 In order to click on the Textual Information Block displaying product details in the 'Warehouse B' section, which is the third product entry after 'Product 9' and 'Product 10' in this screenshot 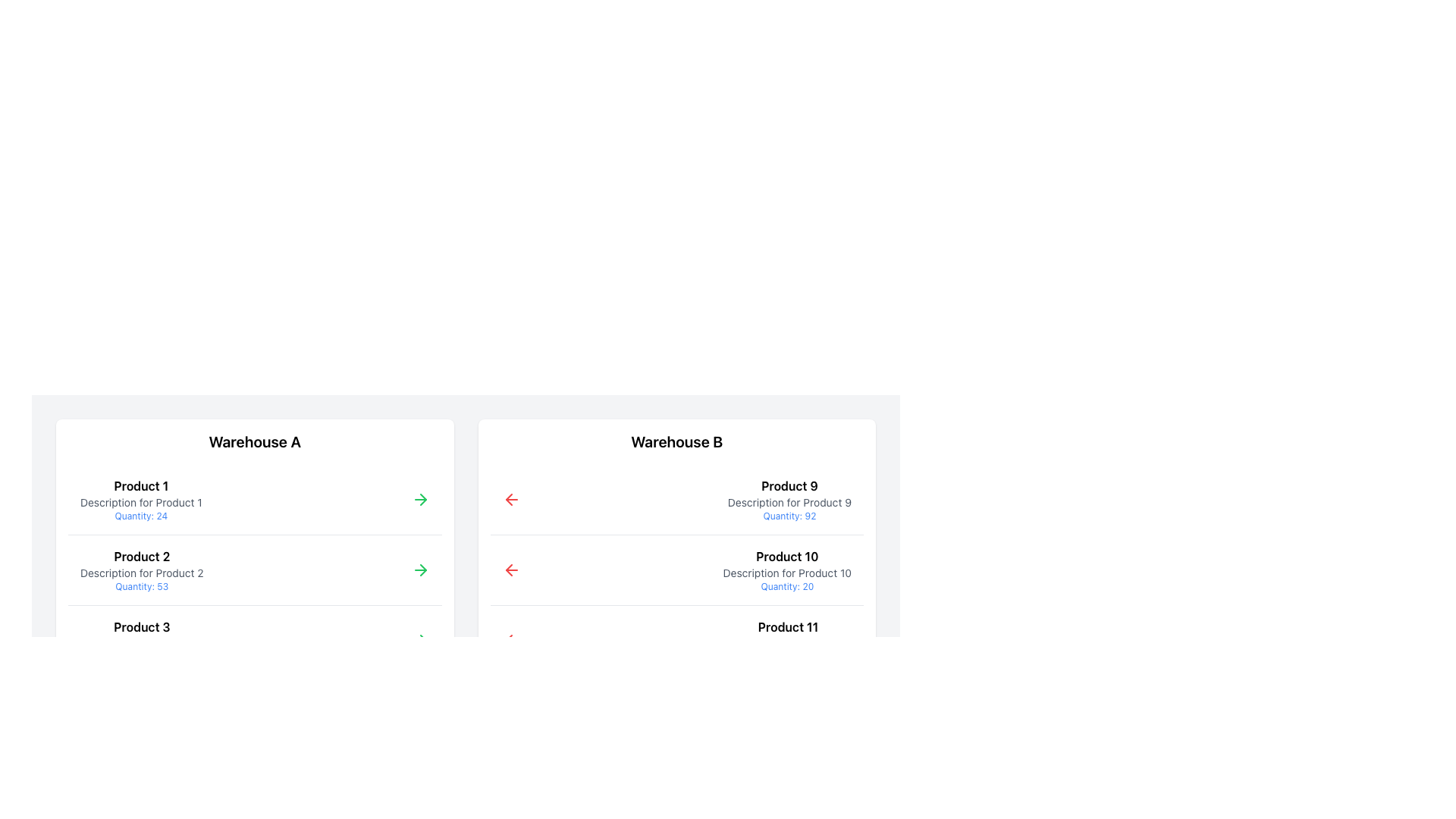, I will do `click(788, 640)`.